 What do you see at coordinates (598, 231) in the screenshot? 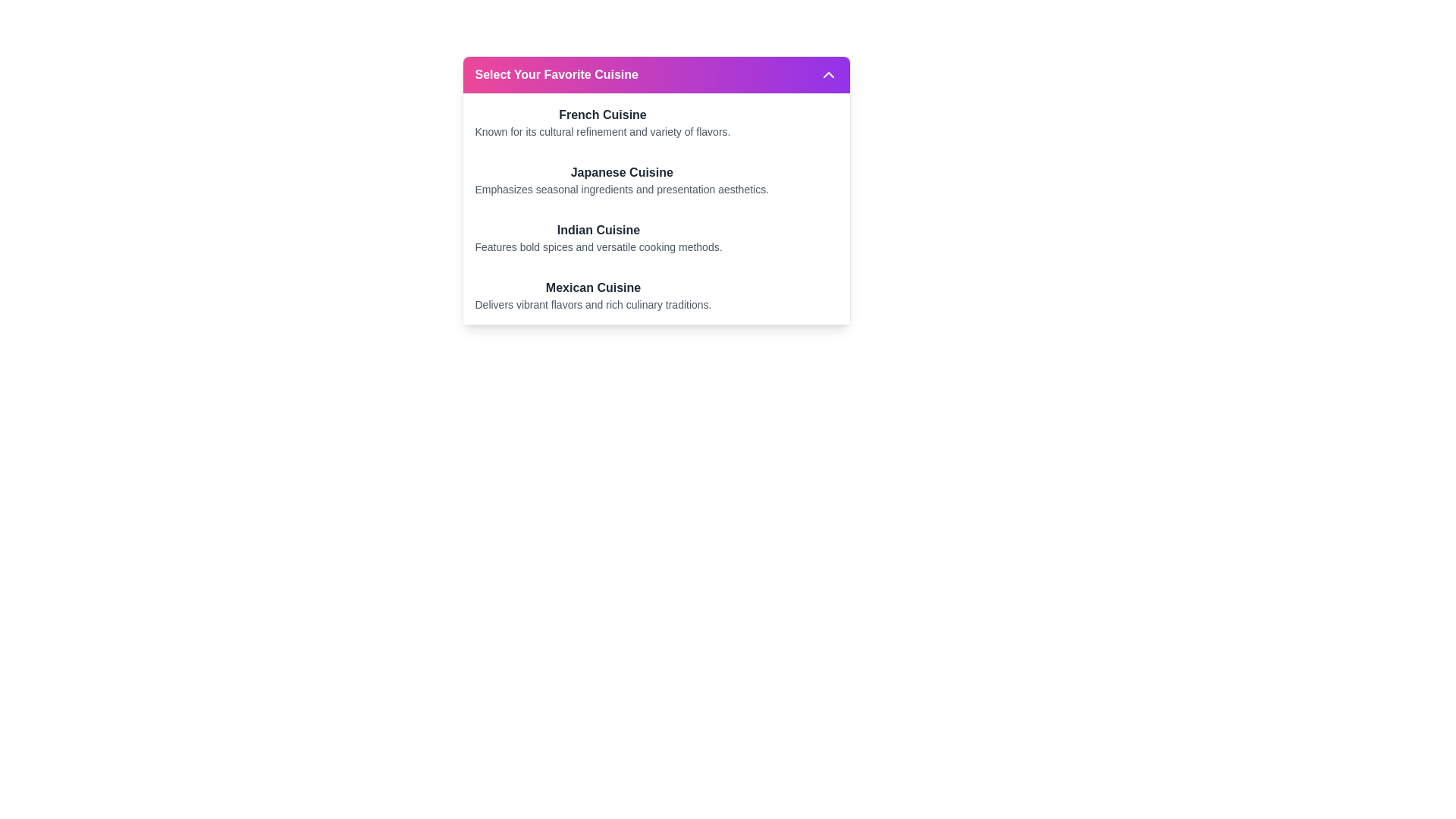
I see `the header text label for 'Indian Cuisine', which is the title for the third cuisine item in a list, centrally positioned within a card-like component` at bounding box center [598, 231].